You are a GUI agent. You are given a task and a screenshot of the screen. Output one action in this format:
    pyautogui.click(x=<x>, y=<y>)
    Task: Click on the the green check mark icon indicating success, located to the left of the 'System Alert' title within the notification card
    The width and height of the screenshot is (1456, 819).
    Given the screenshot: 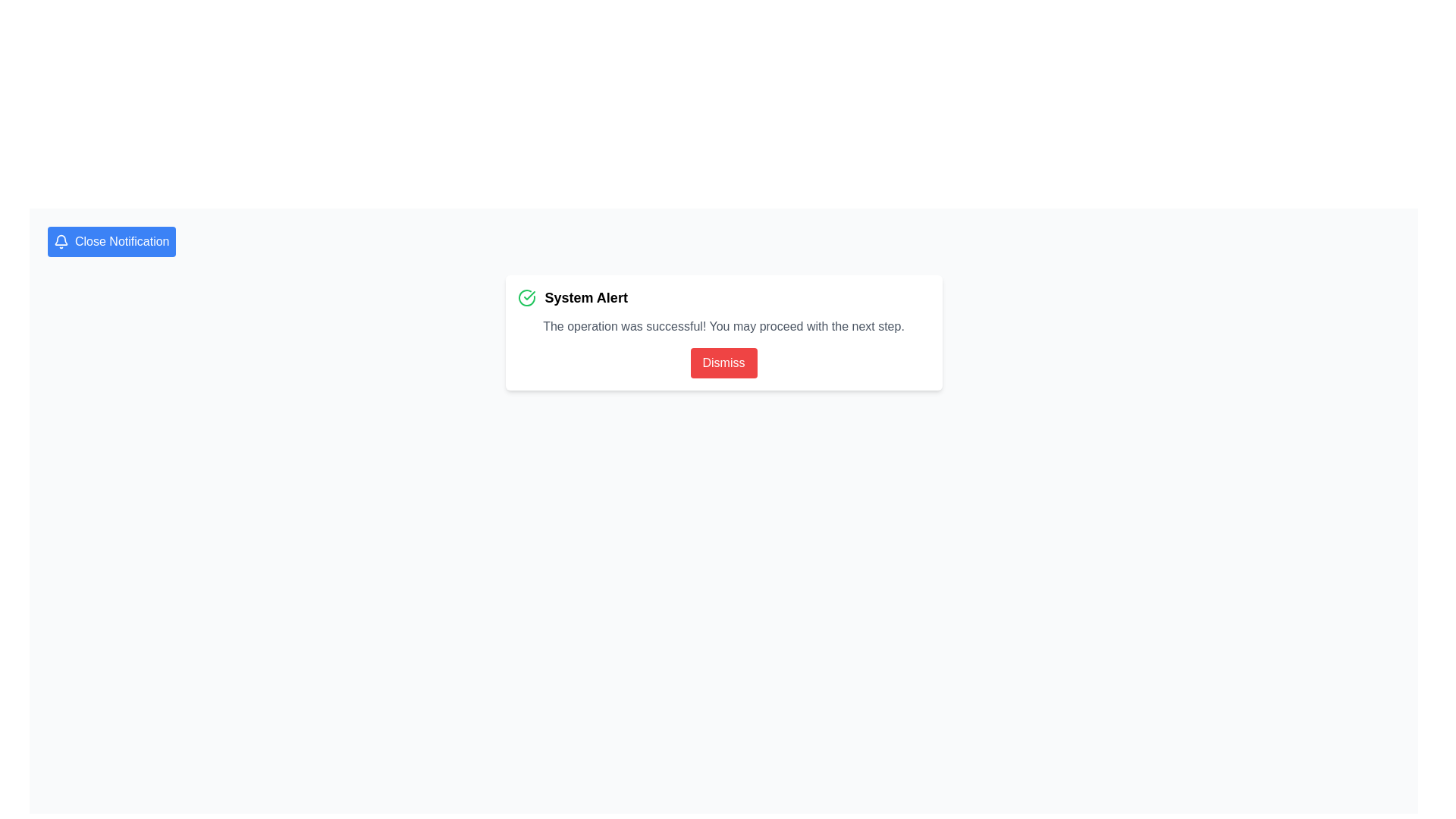 What is the action you would take?
    pyautogui.click(x=529, y=295)
    